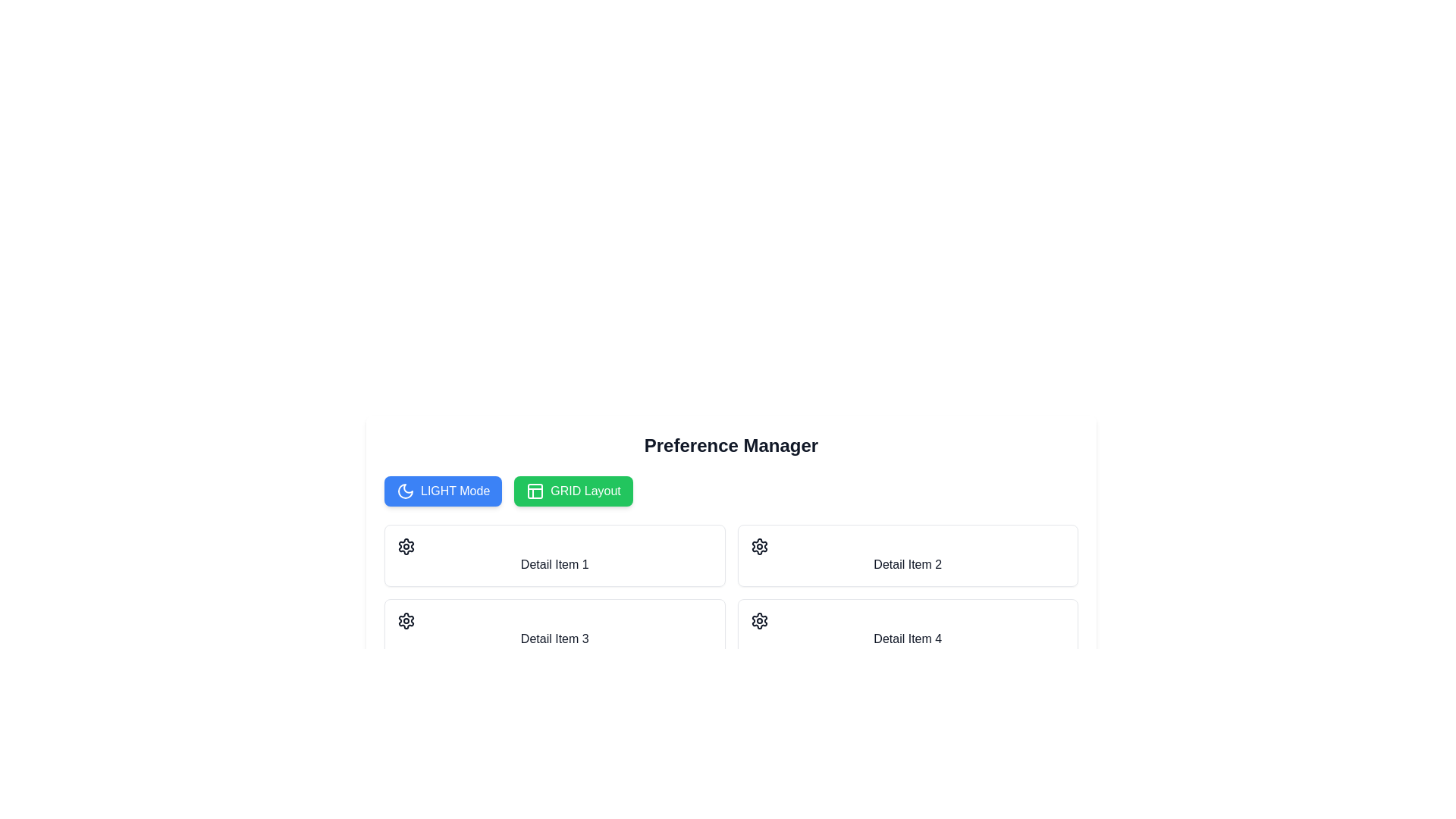 The height and width of the screenshot is (819, 1456). I want to click on the gear icon located, so click(406, 620).